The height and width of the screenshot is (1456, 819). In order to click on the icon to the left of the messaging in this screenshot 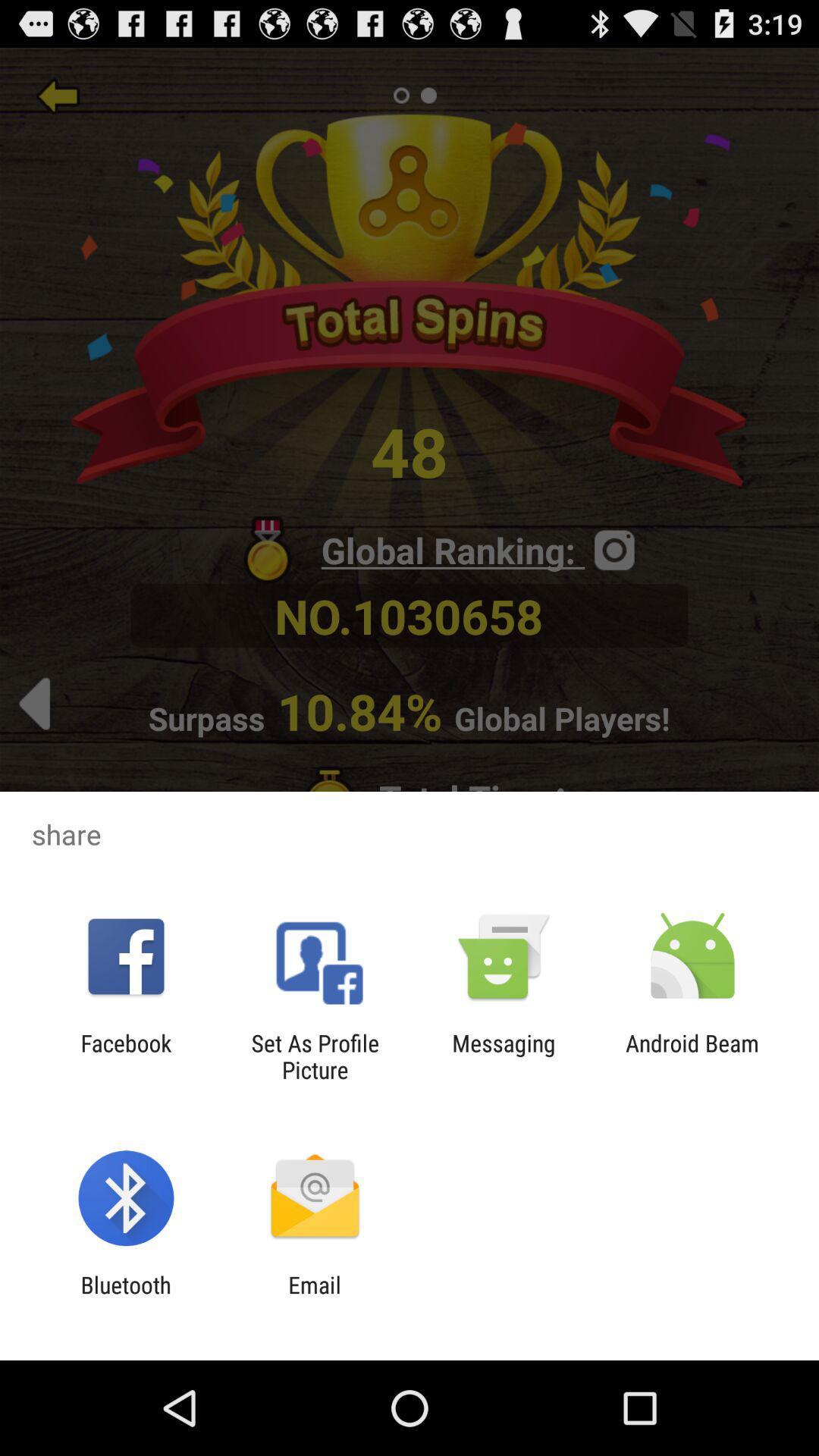, I will do `click(314, 1056)`.